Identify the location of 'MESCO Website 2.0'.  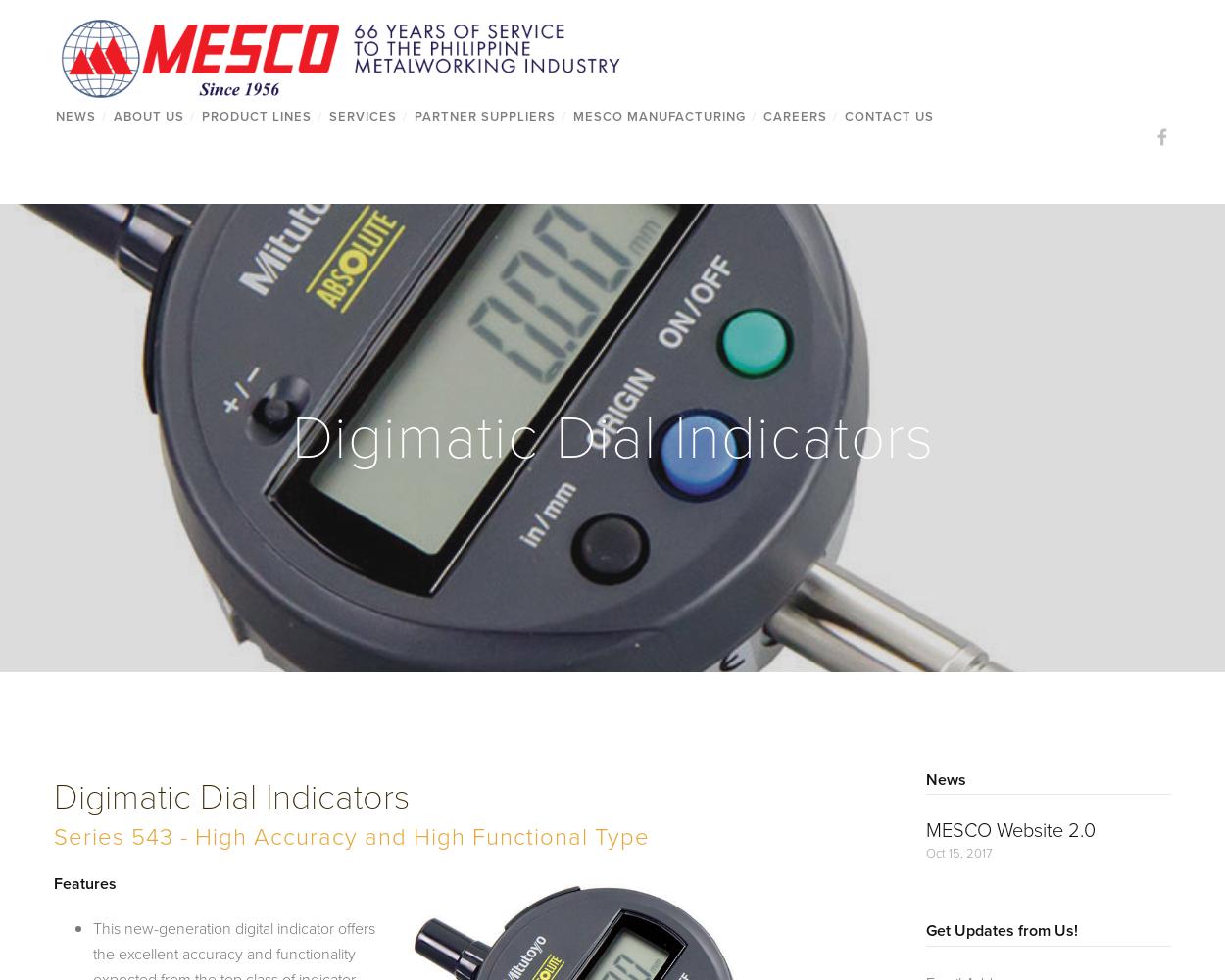
(1010, 828).